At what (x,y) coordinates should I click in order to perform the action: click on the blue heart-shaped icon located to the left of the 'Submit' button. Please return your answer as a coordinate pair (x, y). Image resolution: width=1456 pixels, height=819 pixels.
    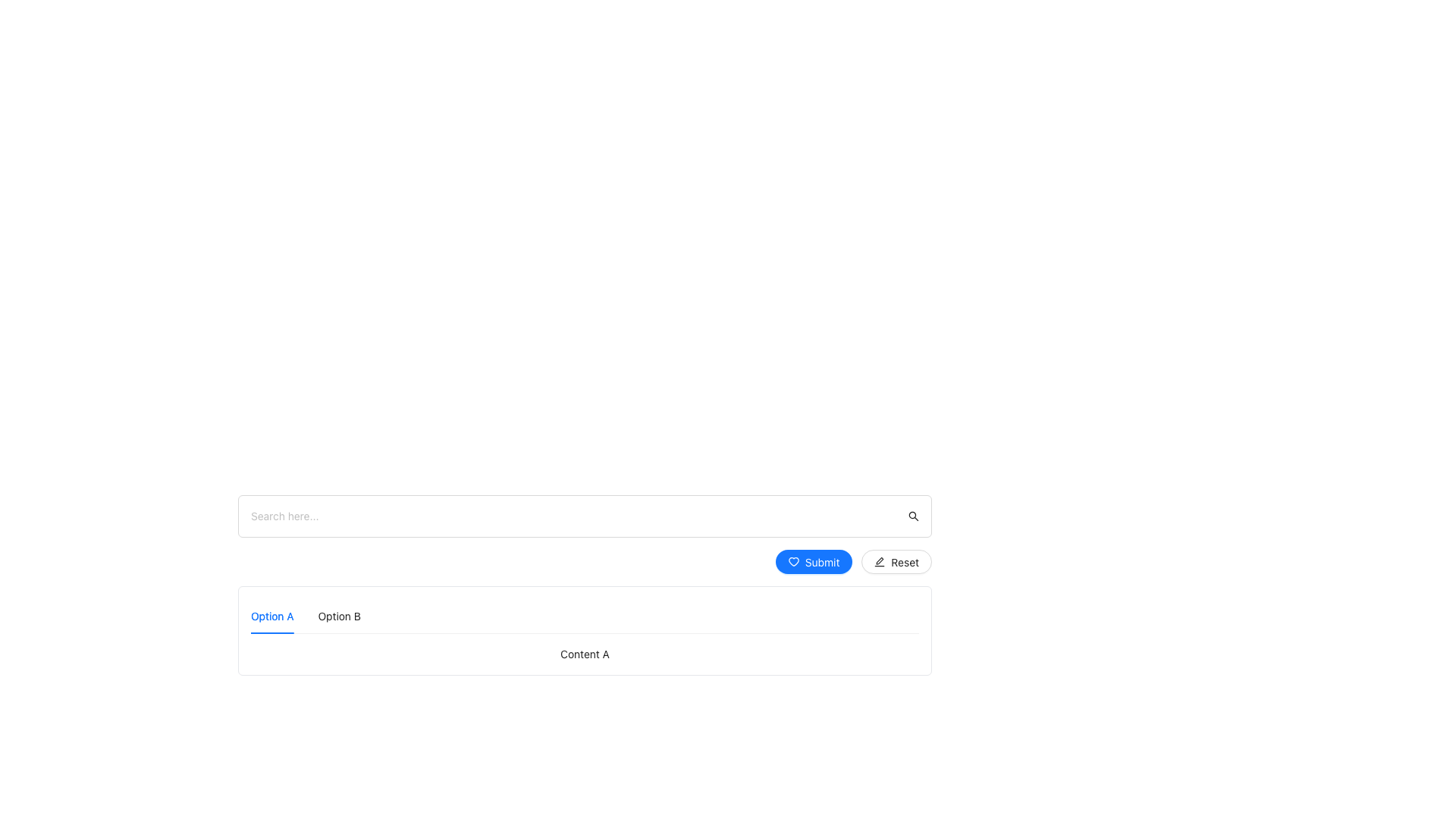
    Looking at the image, I should click on (792, 561).